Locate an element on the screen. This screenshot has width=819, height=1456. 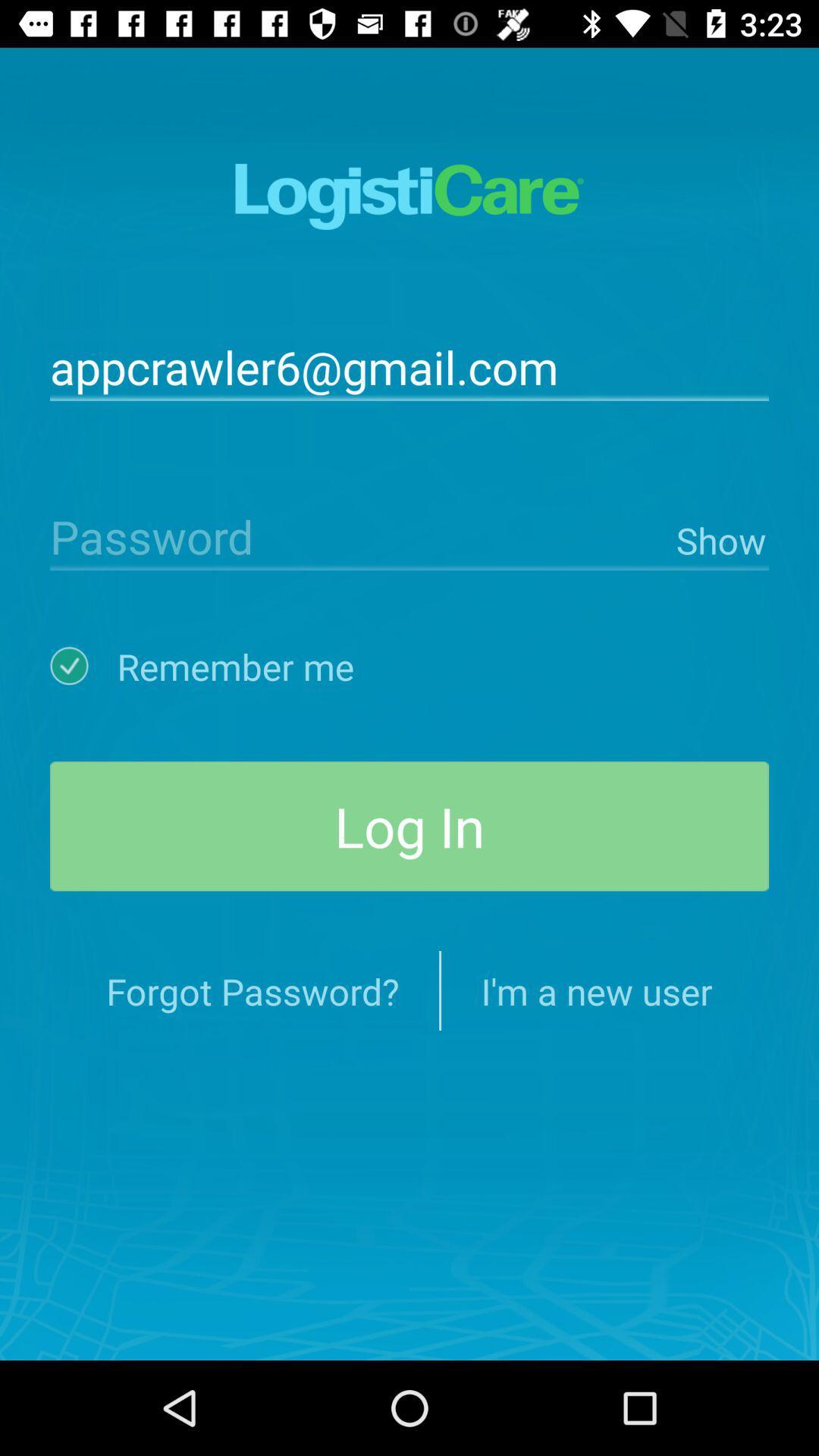
forgot password? icon is located at coordinates (252, 990).